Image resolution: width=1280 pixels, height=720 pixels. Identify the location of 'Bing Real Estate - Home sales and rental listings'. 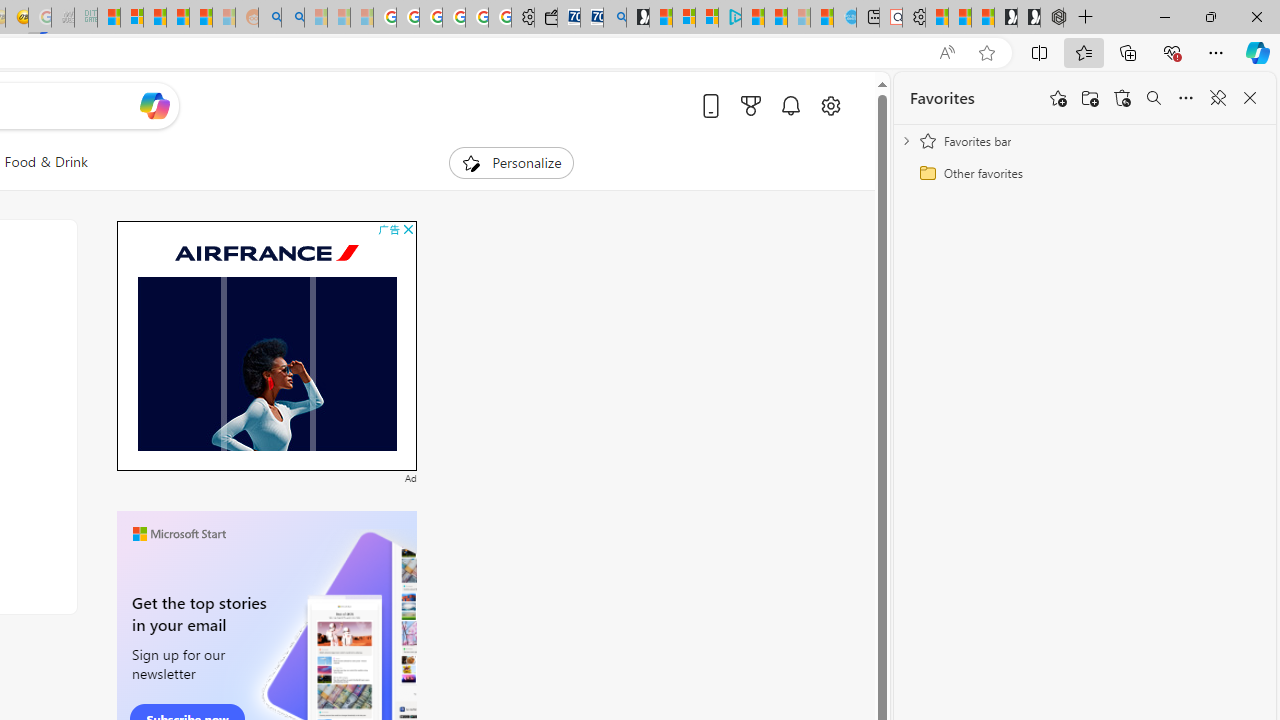
(614, 17).